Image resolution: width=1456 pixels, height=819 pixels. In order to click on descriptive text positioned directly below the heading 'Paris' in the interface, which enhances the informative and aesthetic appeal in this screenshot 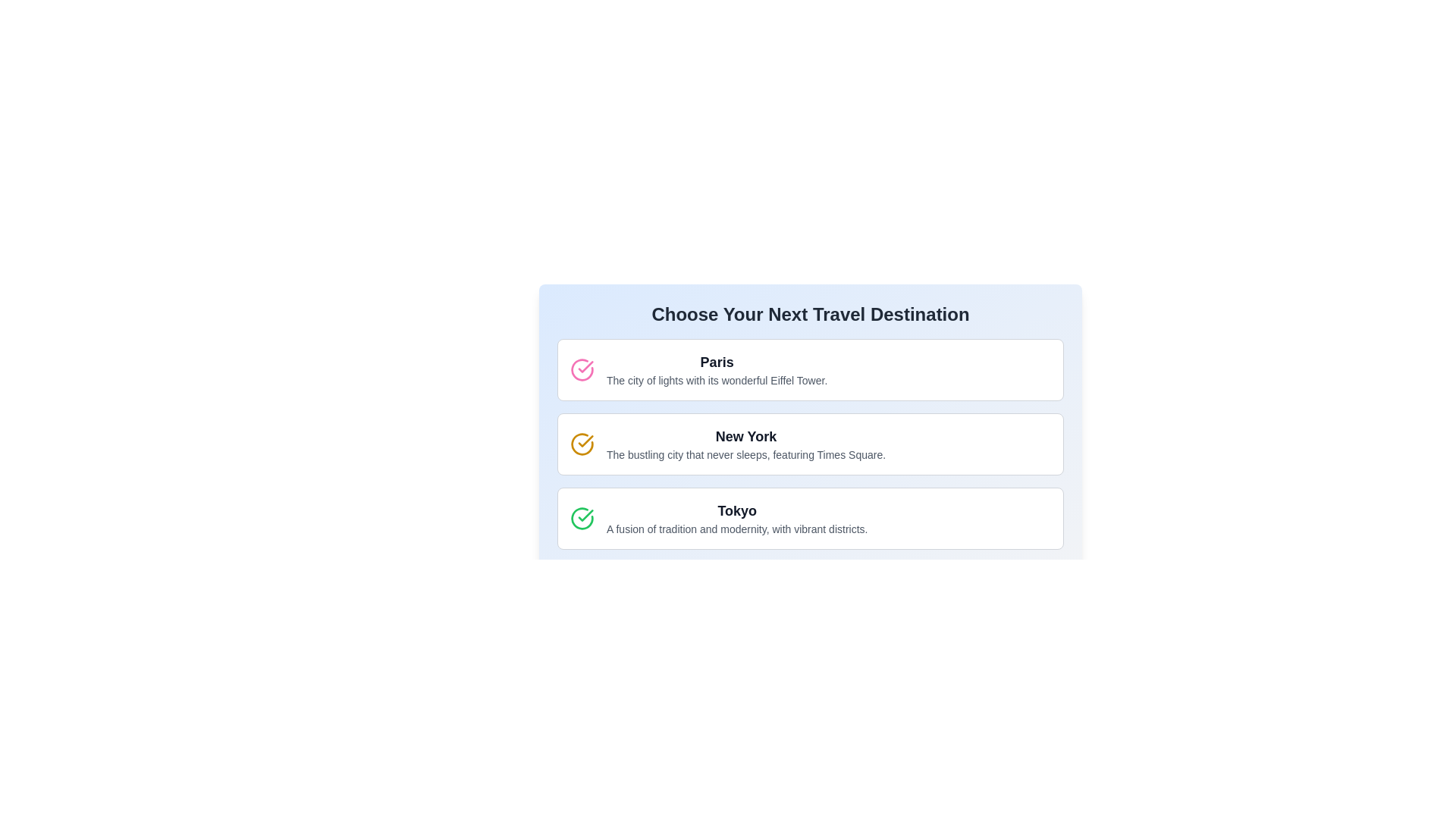, I will do `click(716, 379)`.